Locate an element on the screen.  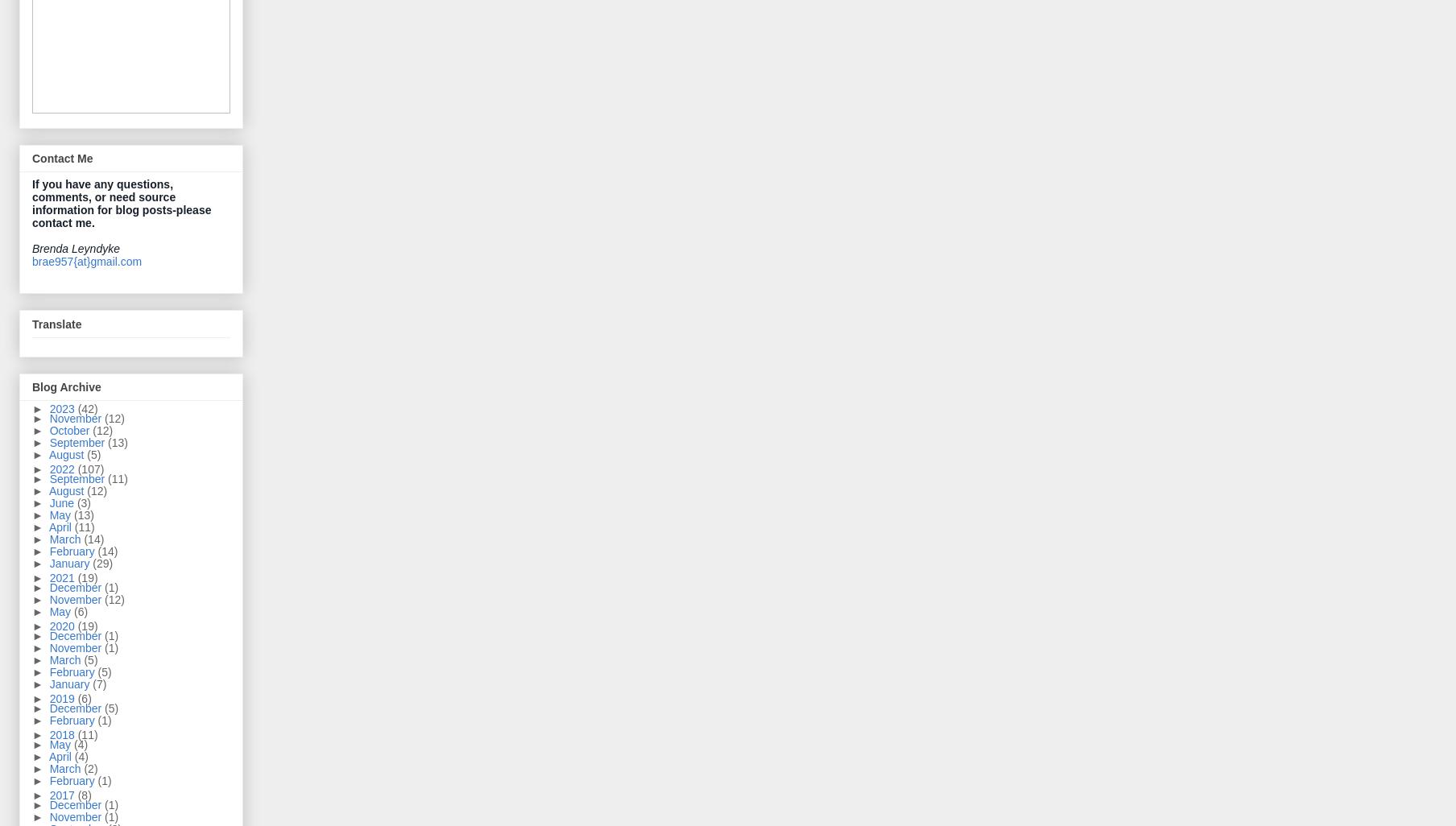
'2023' is located at coordinates (62, 407).